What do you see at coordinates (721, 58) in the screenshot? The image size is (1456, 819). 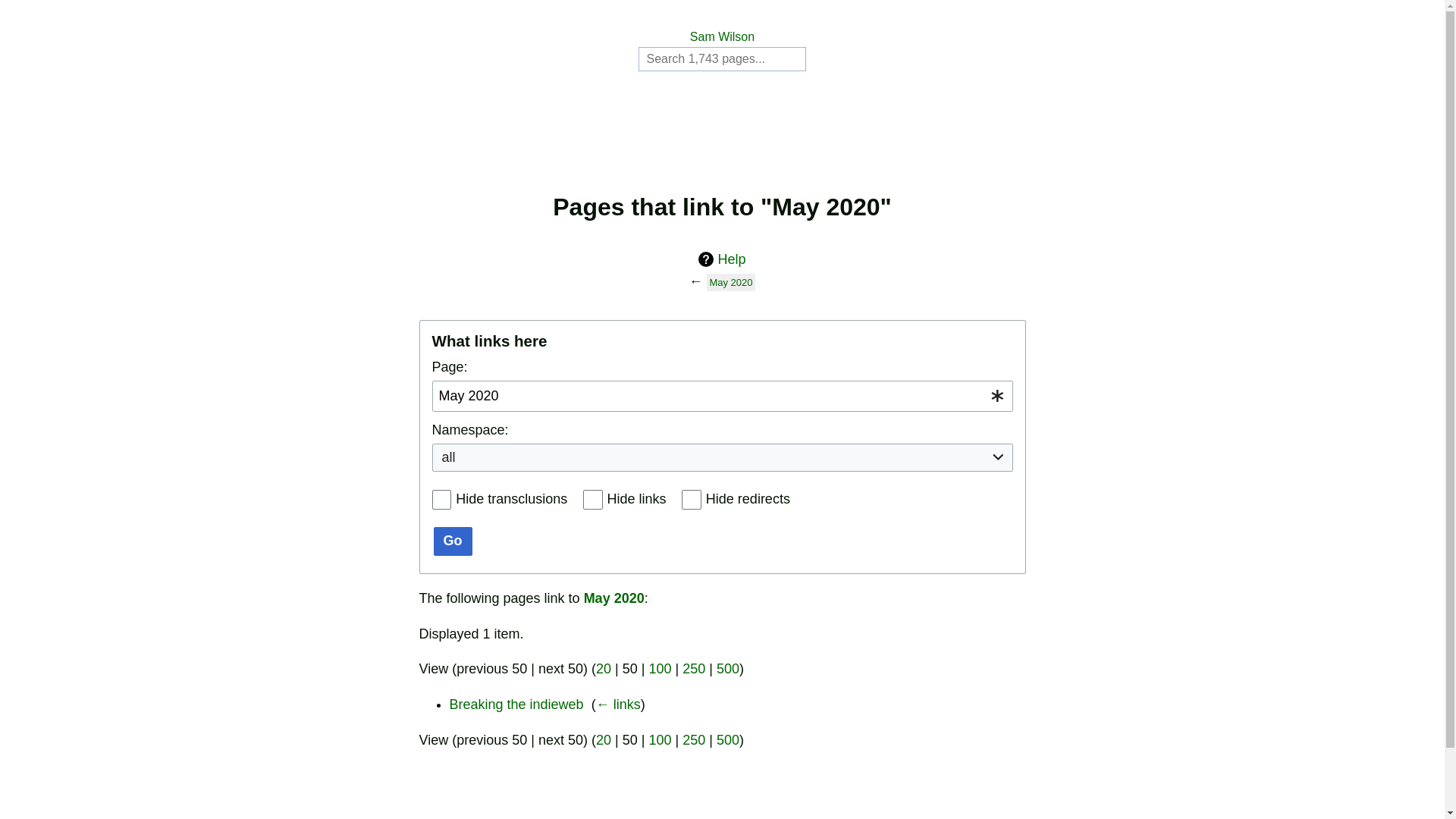 I see `'Search Sam Wilson [alt-shift-f]'` at bounding box center [721, 58].